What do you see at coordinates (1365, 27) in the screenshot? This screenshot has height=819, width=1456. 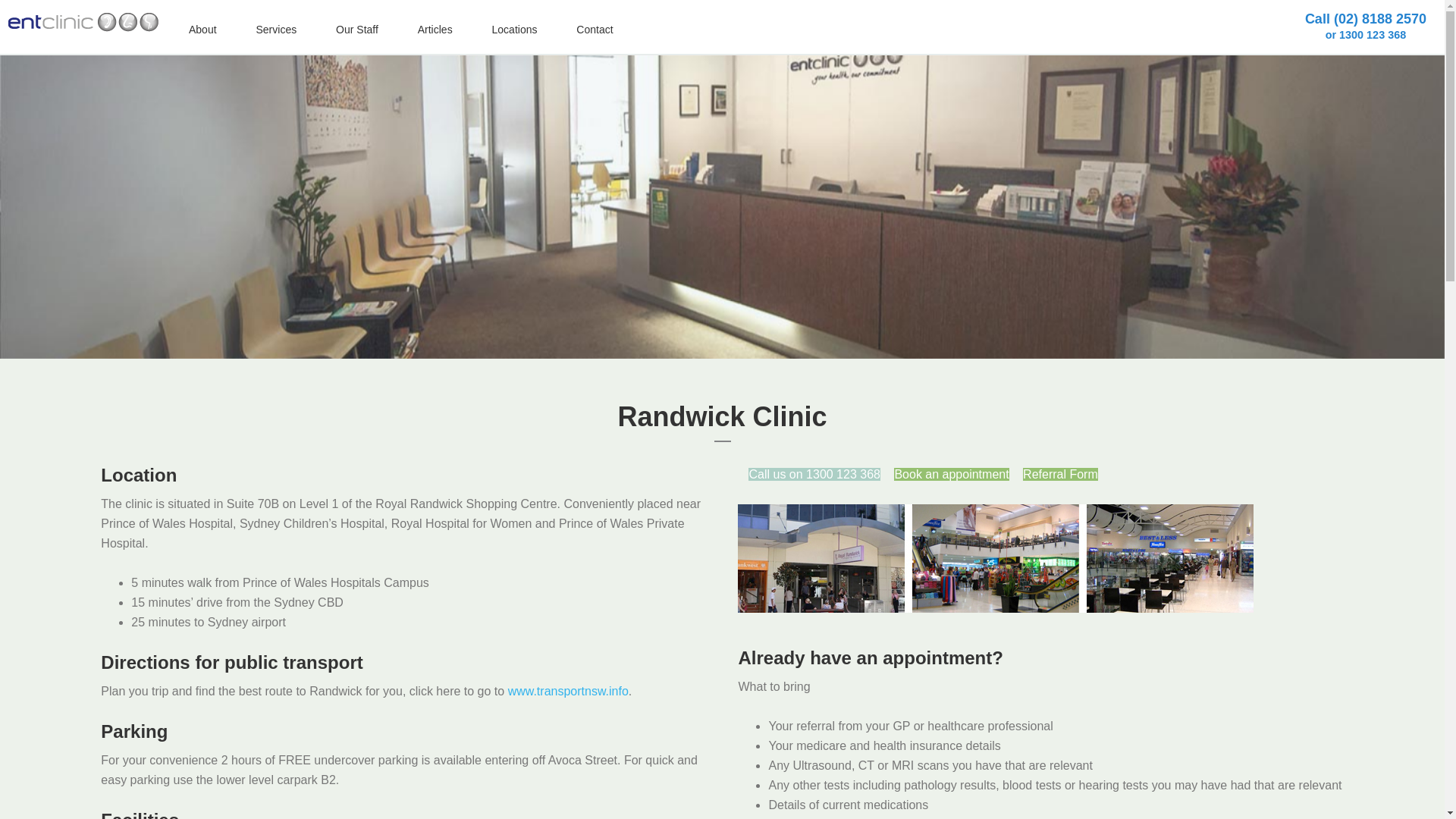 I see `'Call (02) 8188 2570` at bounding box center [1365, 27].